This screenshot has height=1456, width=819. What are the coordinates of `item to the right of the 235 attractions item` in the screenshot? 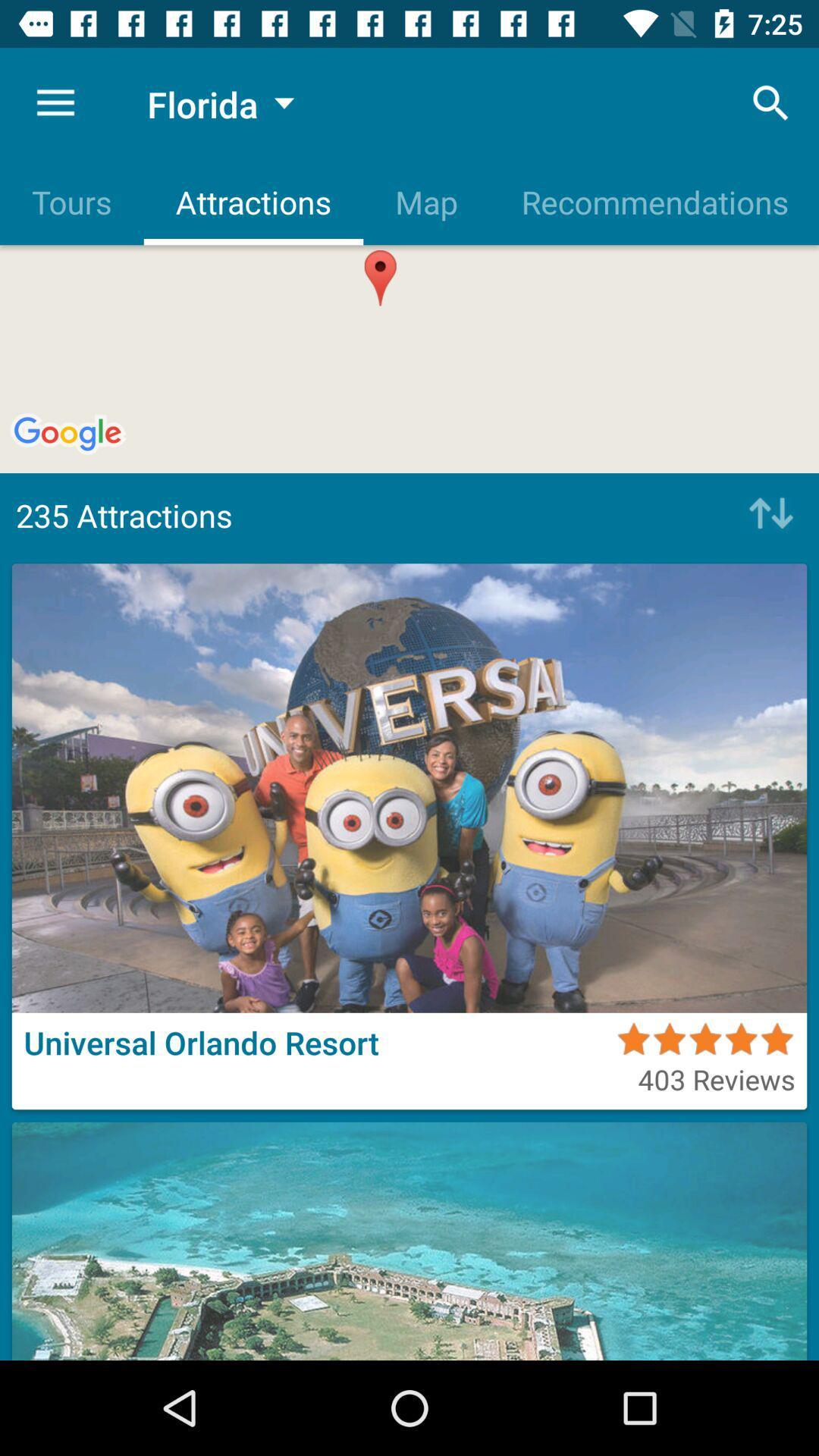 It's located at (767, 515).